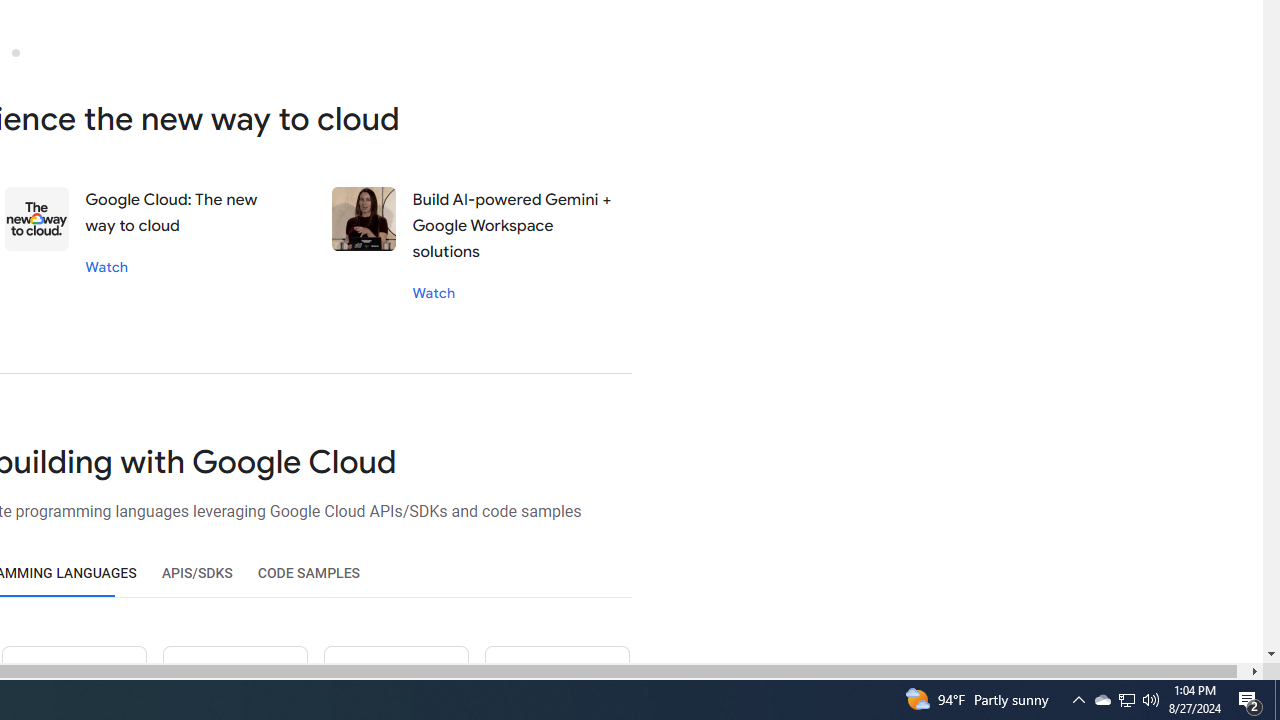 This screenshot has width=1280, height=720. Describe the element at coordinates (15, 51) in the screenshot. I see `'Slide 3'` at that location.